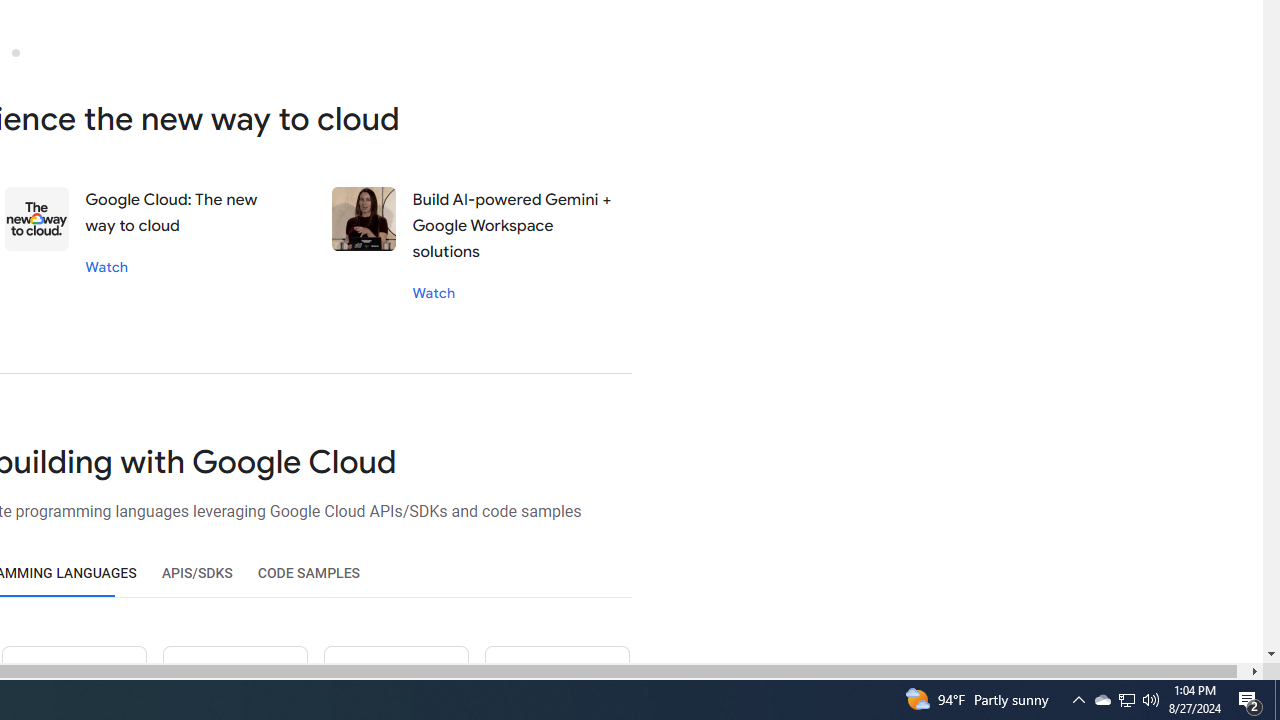 This screenshot has width=1280, height=720. Describe the element at coordinates (15, 51) in the screenshot. I see `'Slide 3'` at that location.